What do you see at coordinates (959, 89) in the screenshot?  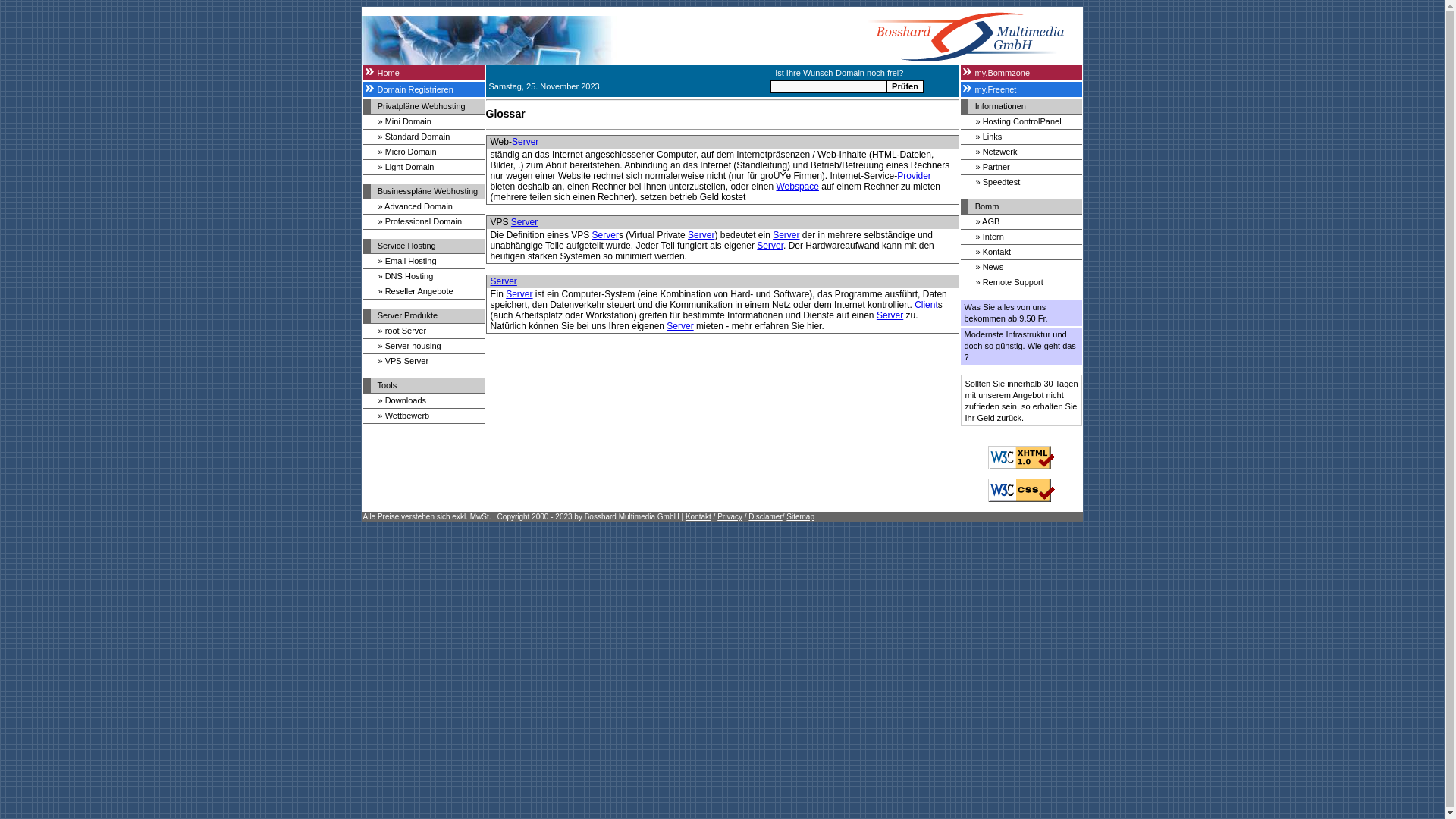 I see `'my.Freenet'` at bounding box center [959, 89].